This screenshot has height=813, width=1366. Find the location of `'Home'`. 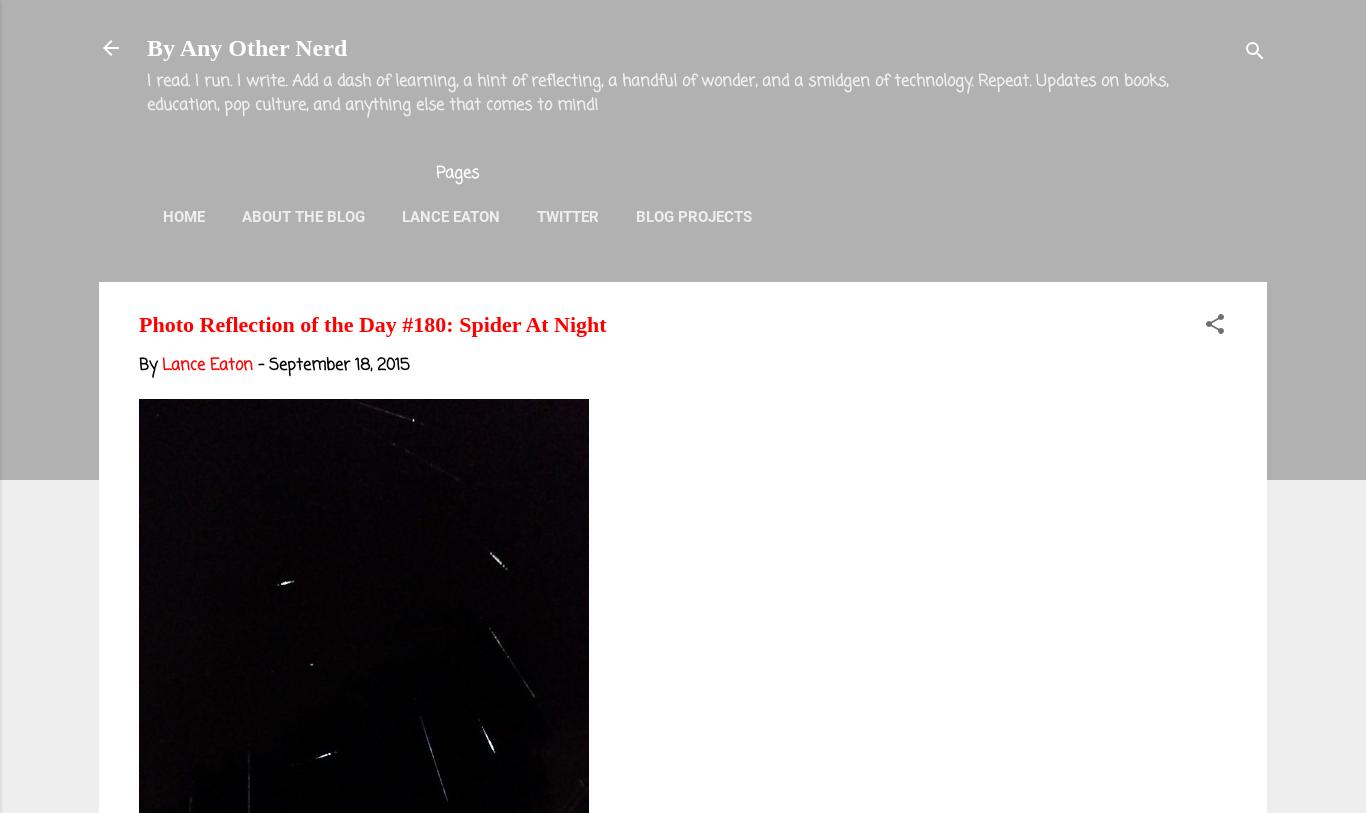

'Home' is located at coordinates (183, 215).